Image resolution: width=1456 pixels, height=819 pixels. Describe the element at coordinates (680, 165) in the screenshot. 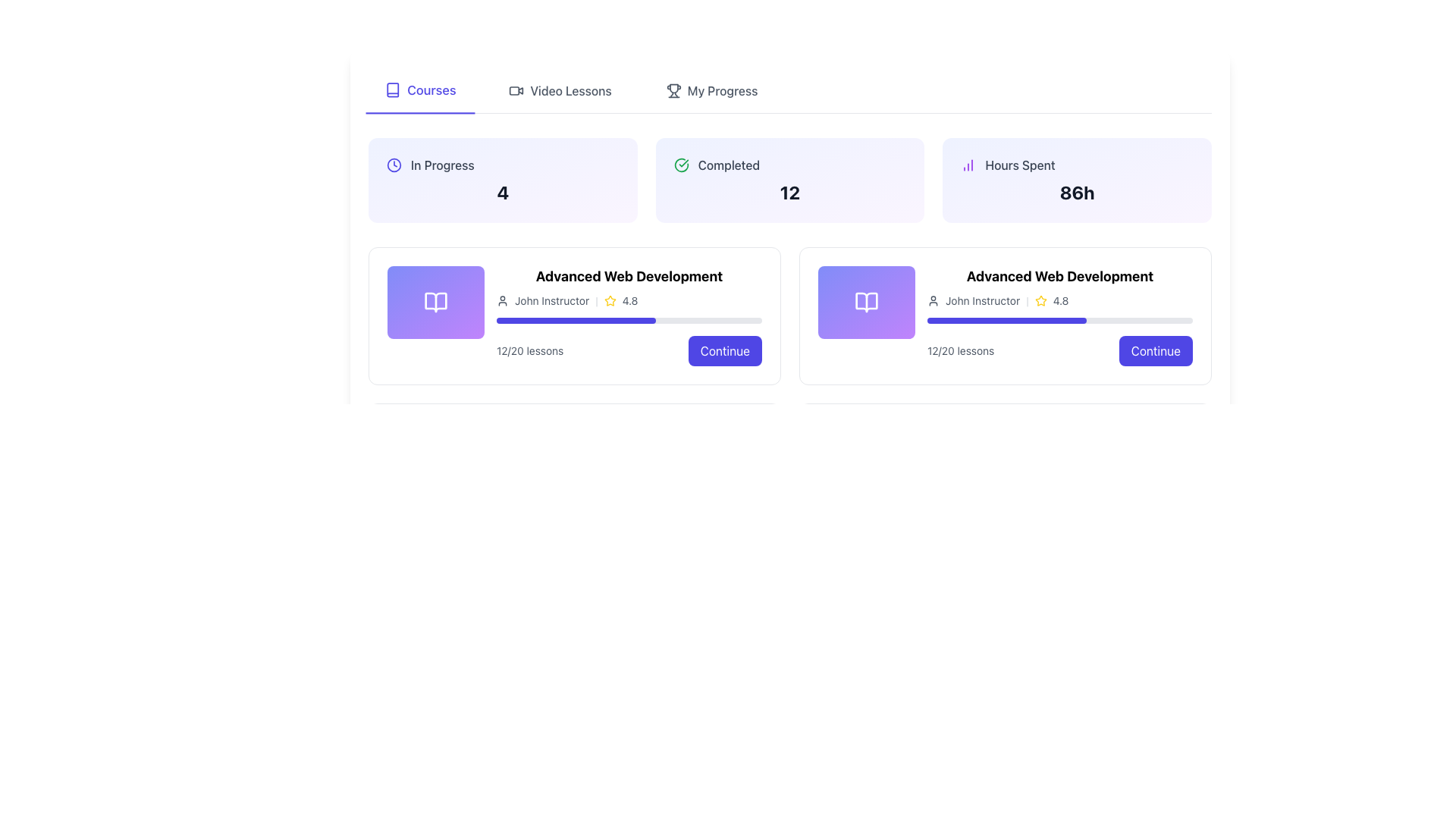

I see `the circular checkmark icon with a green outline located at the beginning of the 'Completed' section` at that location.